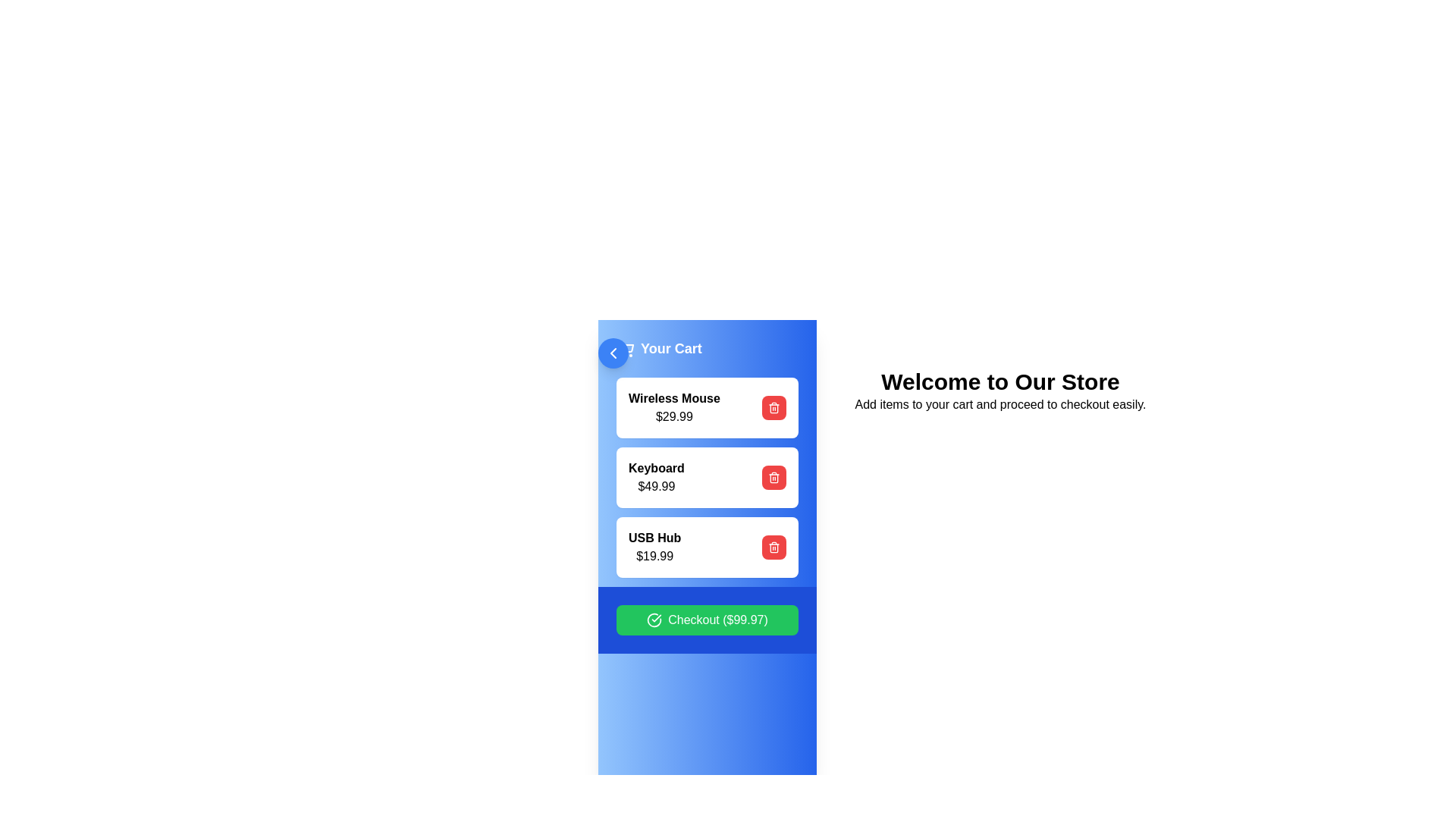 The width and height of the screenshot is (1456, 819). I want to click on price displayed as '$29.99' in bold and dark font, located beneath the 'Wireless Mouse' label in the shopping cart section, so click(673, 417).